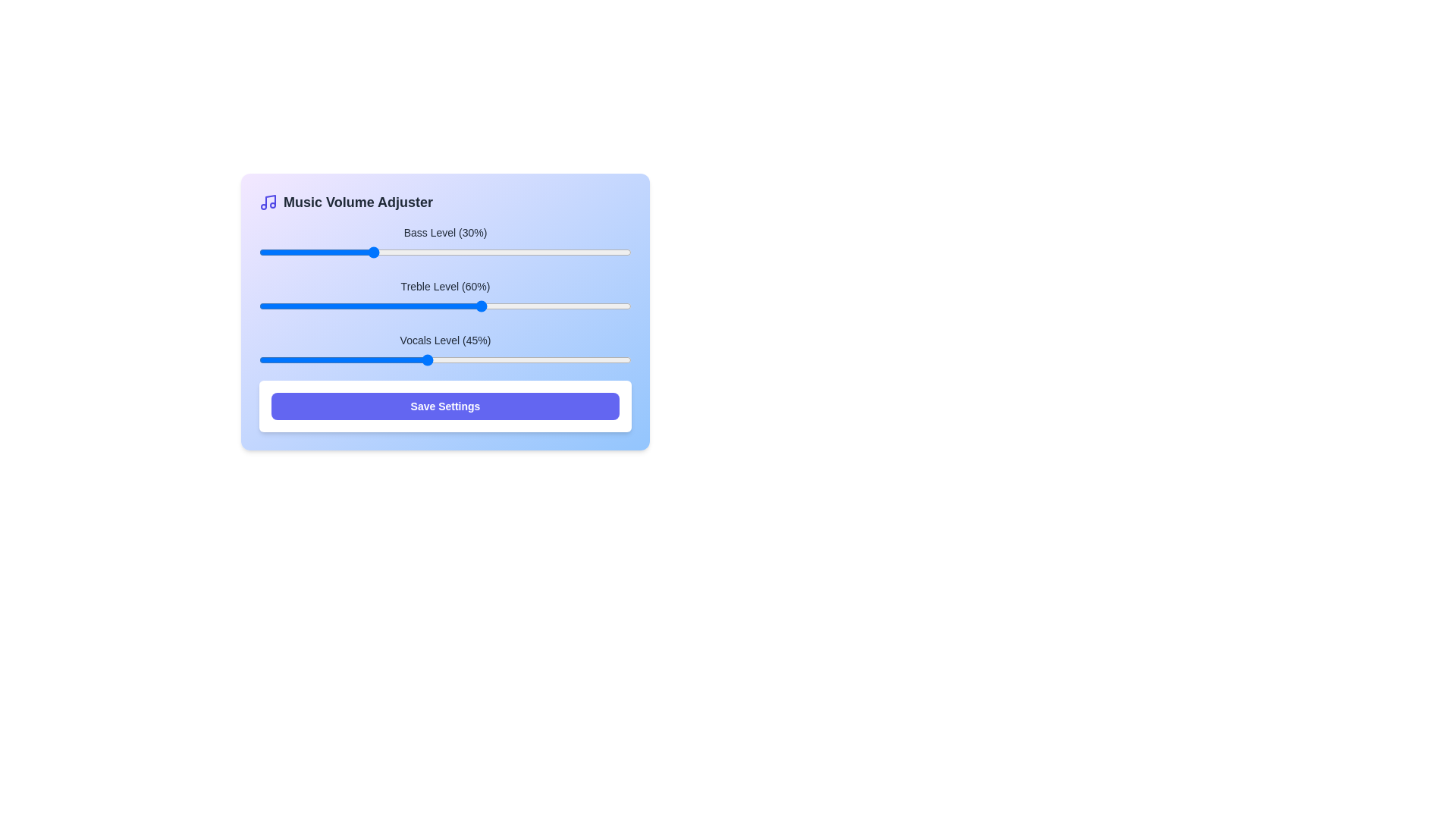  Describe the element at coordinates (437, 306) in the screenshot. I see `the treble level` at that location.